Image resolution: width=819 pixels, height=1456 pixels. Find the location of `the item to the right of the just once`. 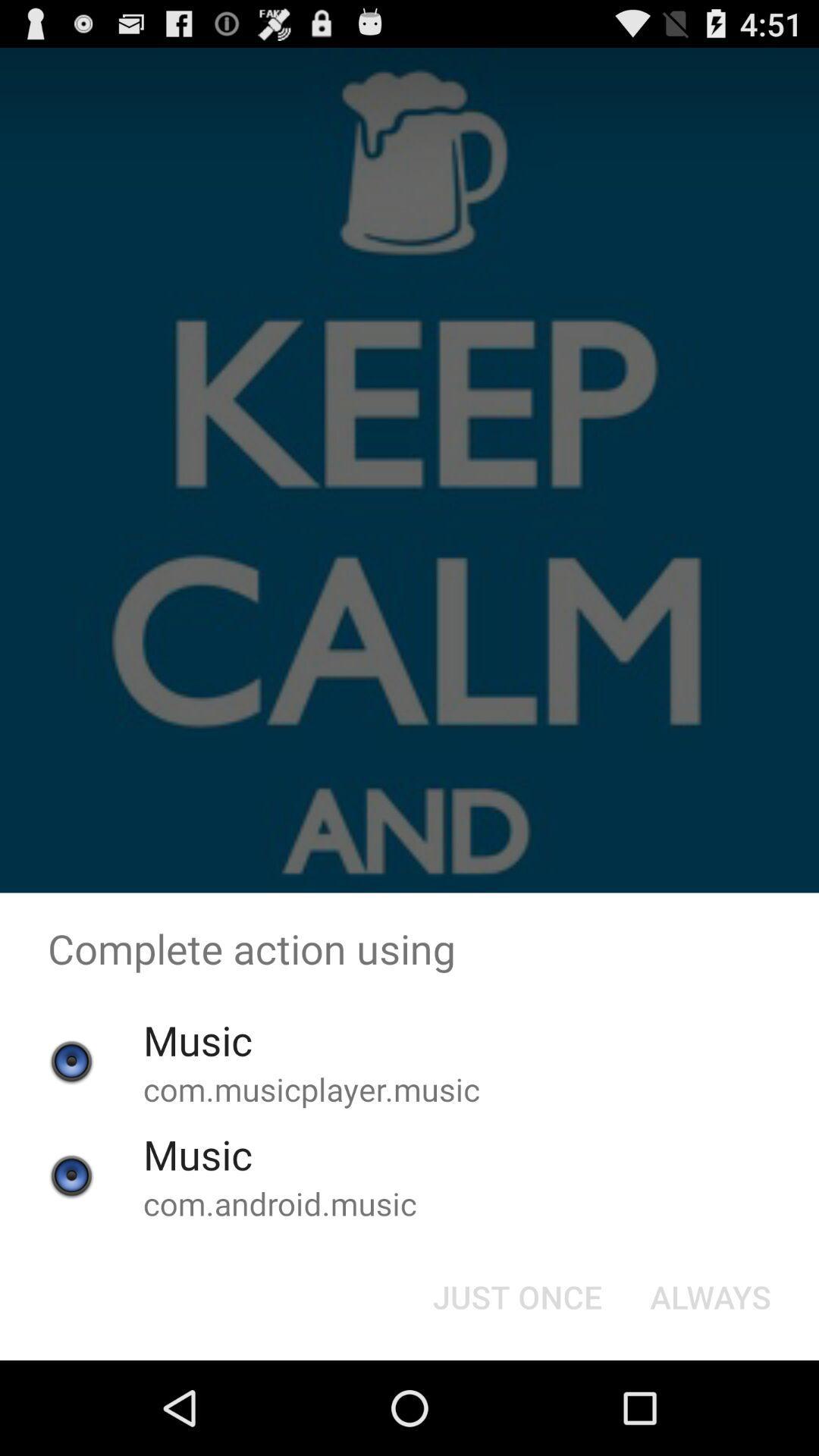

the item to the right of the just once is located at coordinates (711, 1295).